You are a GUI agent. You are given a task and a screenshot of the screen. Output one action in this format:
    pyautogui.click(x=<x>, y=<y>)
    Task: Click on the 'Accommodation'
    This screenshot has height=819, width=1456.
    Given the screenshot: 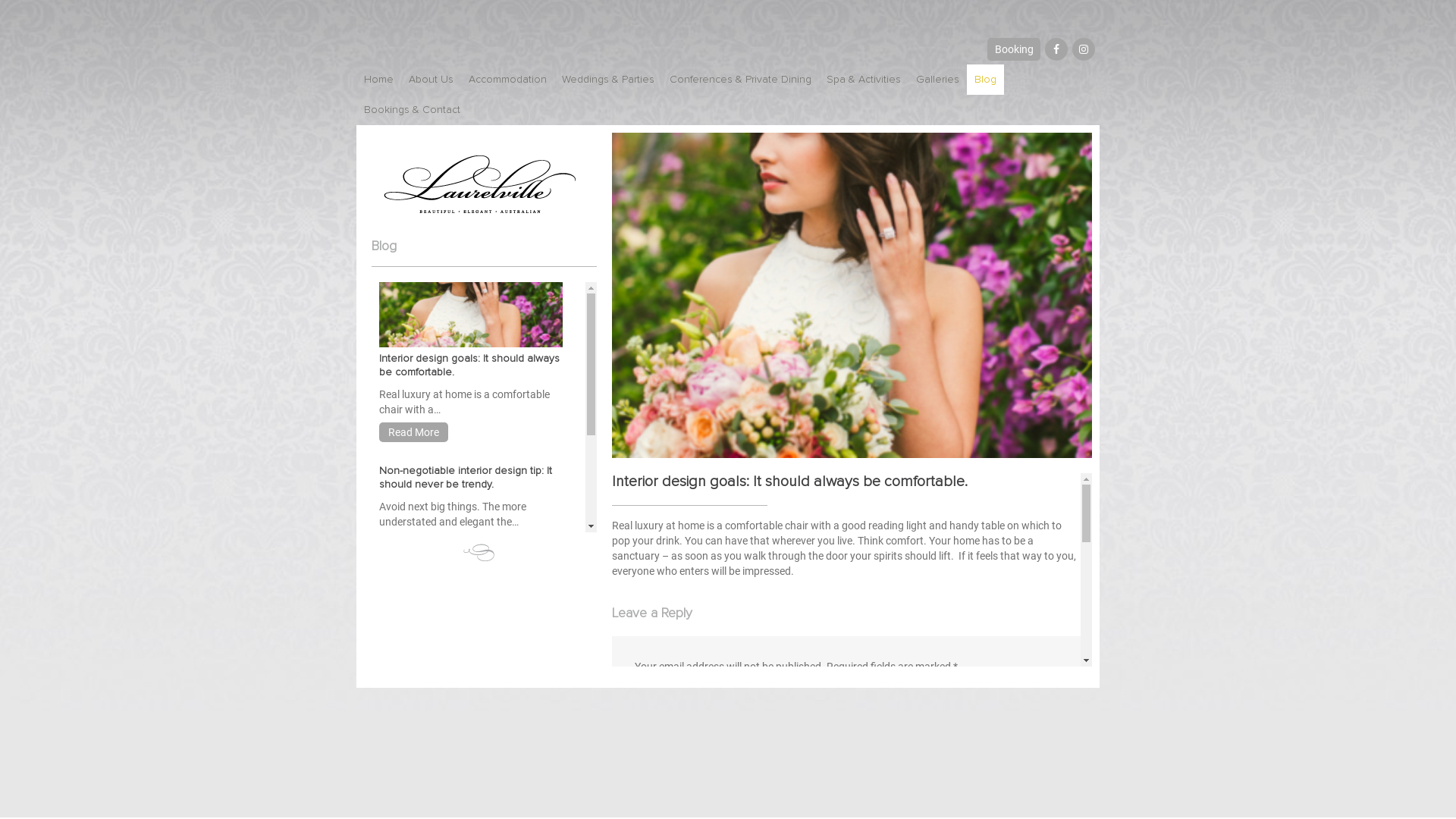 What is the action you would take?
    pyautogui.click(x=460, y=79)
    